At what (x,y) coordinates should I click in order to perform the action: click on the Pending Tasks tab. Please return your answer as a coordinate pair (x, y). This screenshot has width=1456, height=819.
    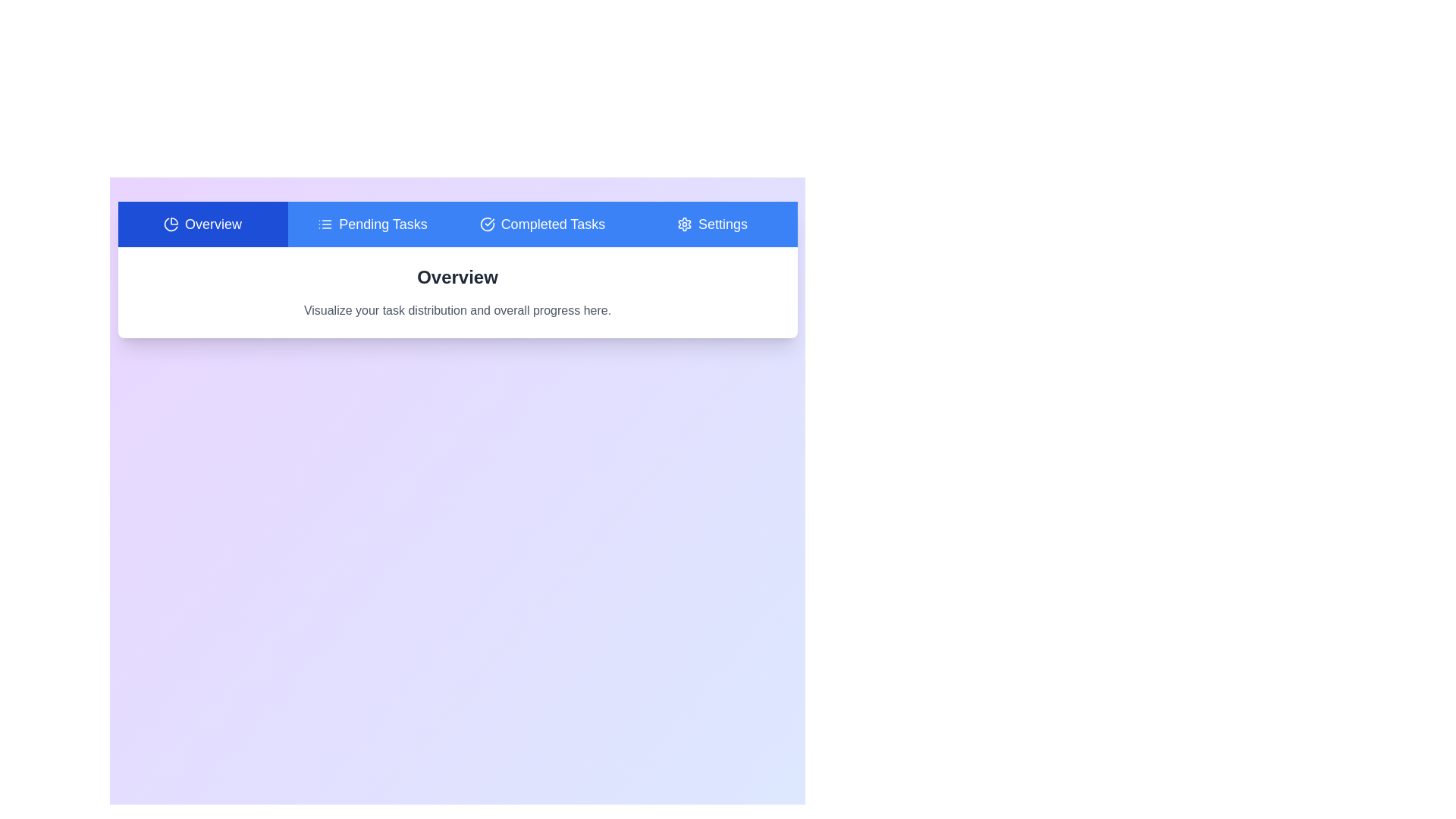
    Looking at the image, I should click on (372, 224).